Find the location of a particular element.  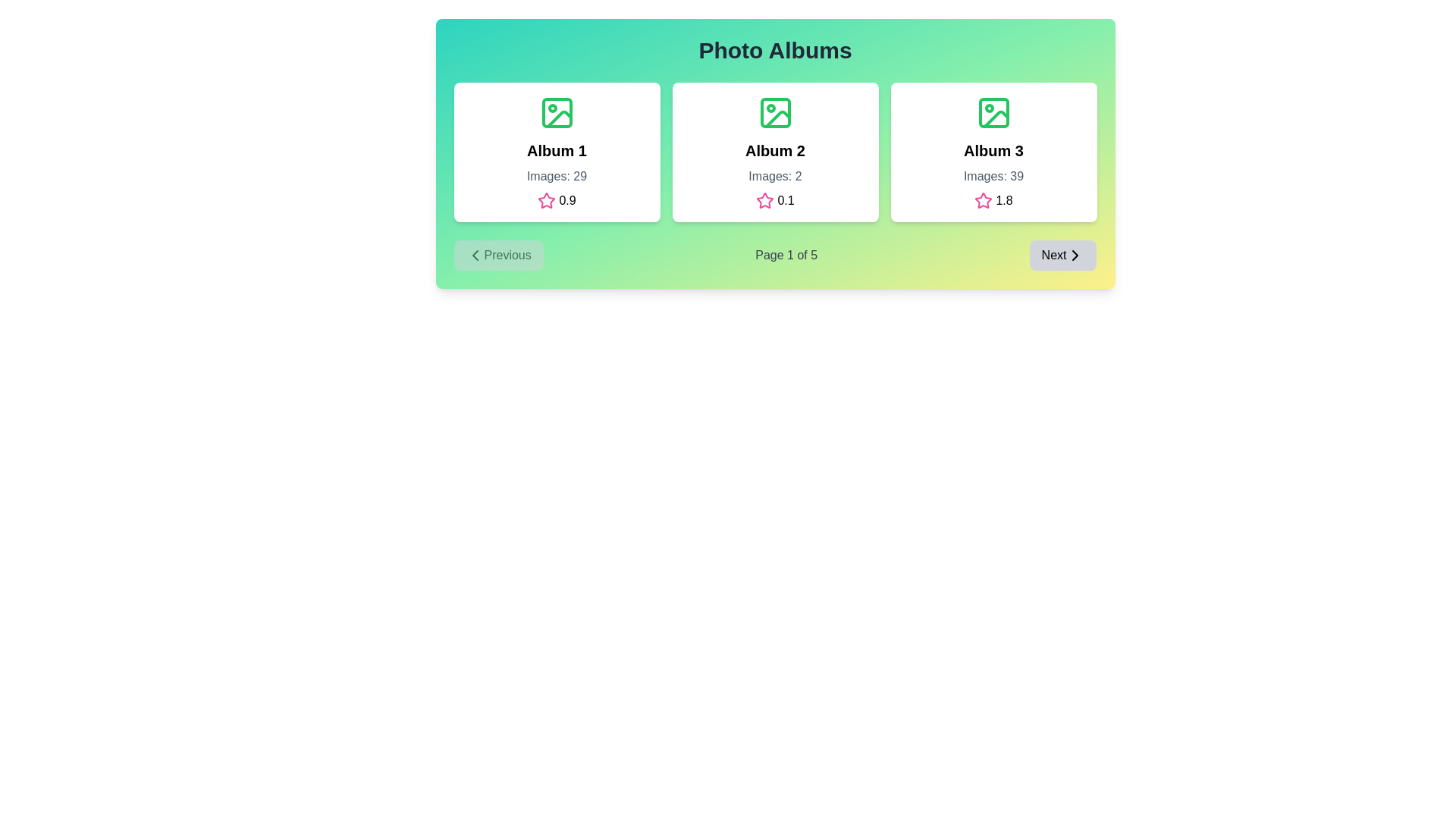

the image icon with a green outline located at the top center of the 'Album 1' display card is located at coordinates (556, 112).